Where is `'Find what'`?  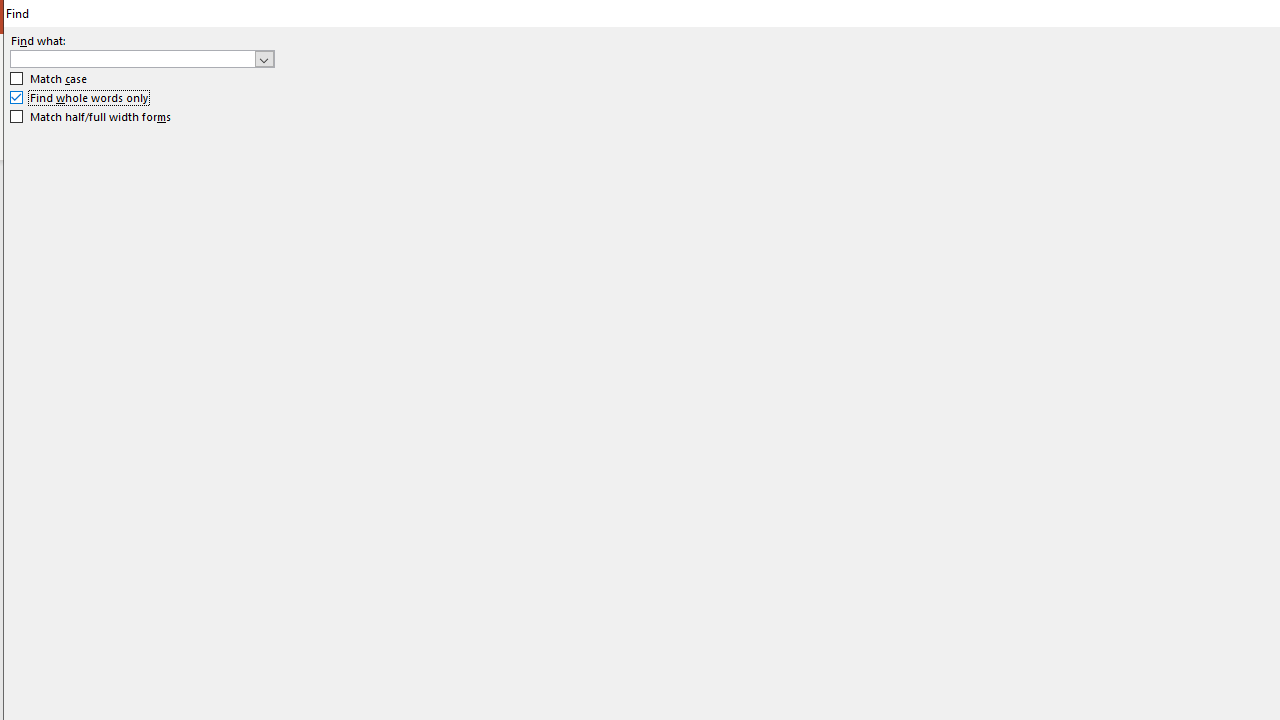 'Find what' is located at coordinates (141, 57).